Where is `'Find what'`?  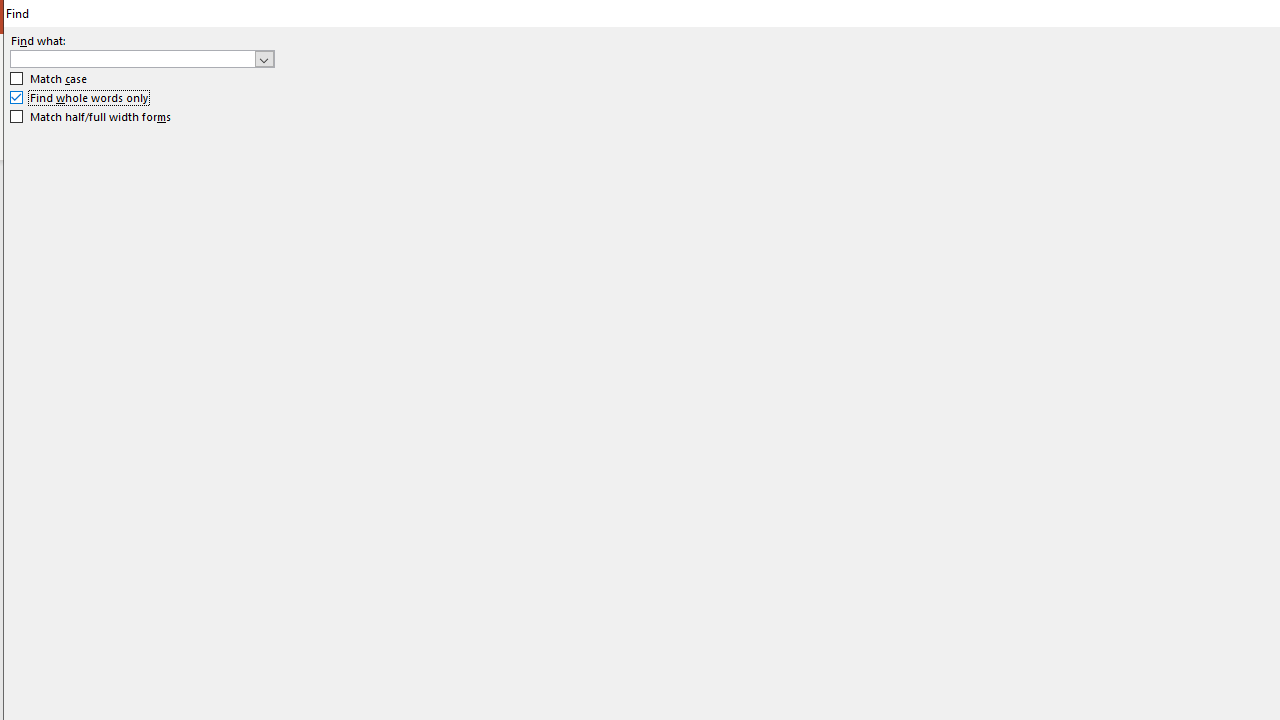 'Find what' is located at coordinates (141, 57).